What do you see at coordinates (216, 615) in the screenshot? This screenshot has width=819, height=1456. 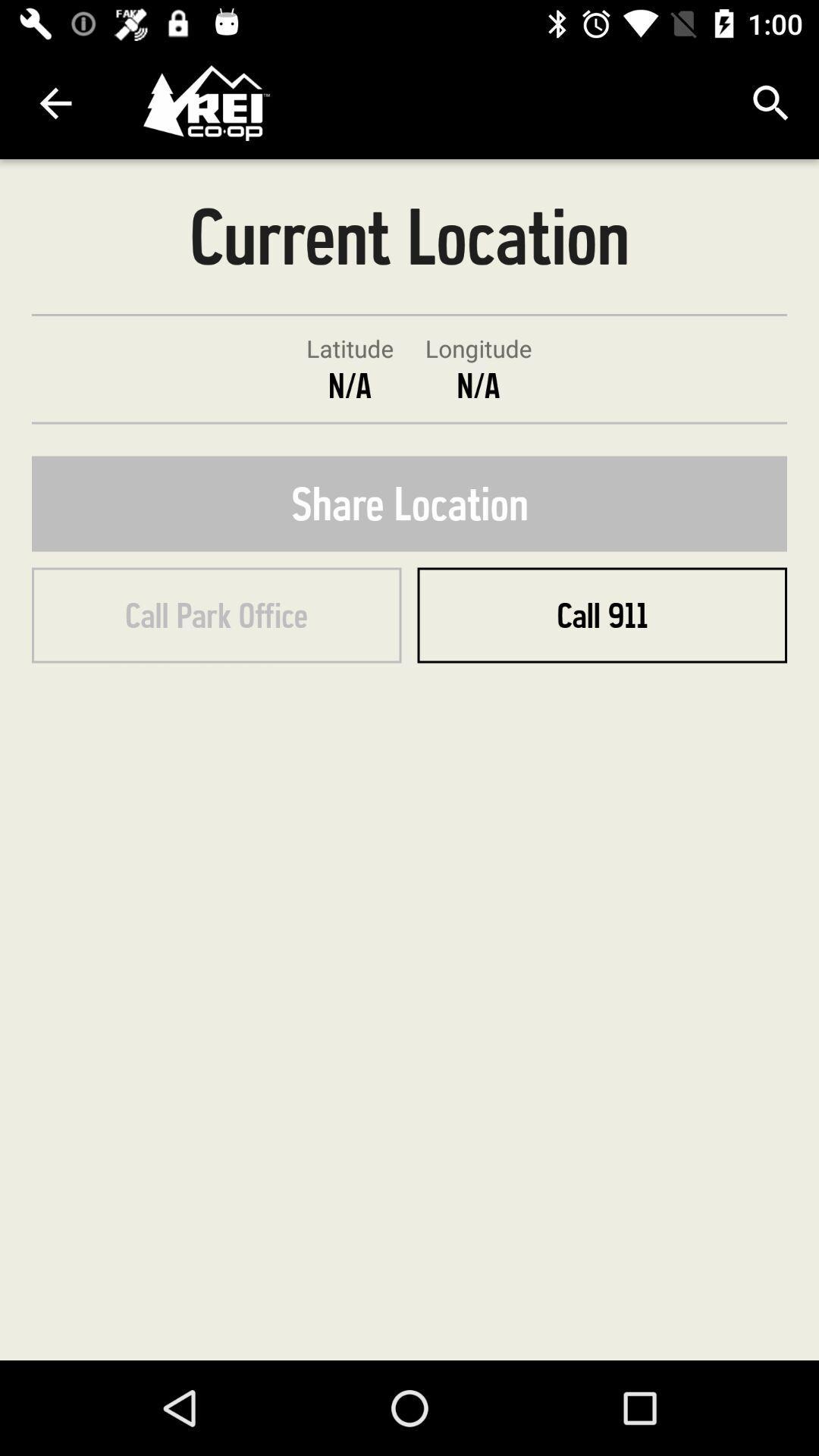 I see `icon below the share location icon` at bounding box center [216, 615].